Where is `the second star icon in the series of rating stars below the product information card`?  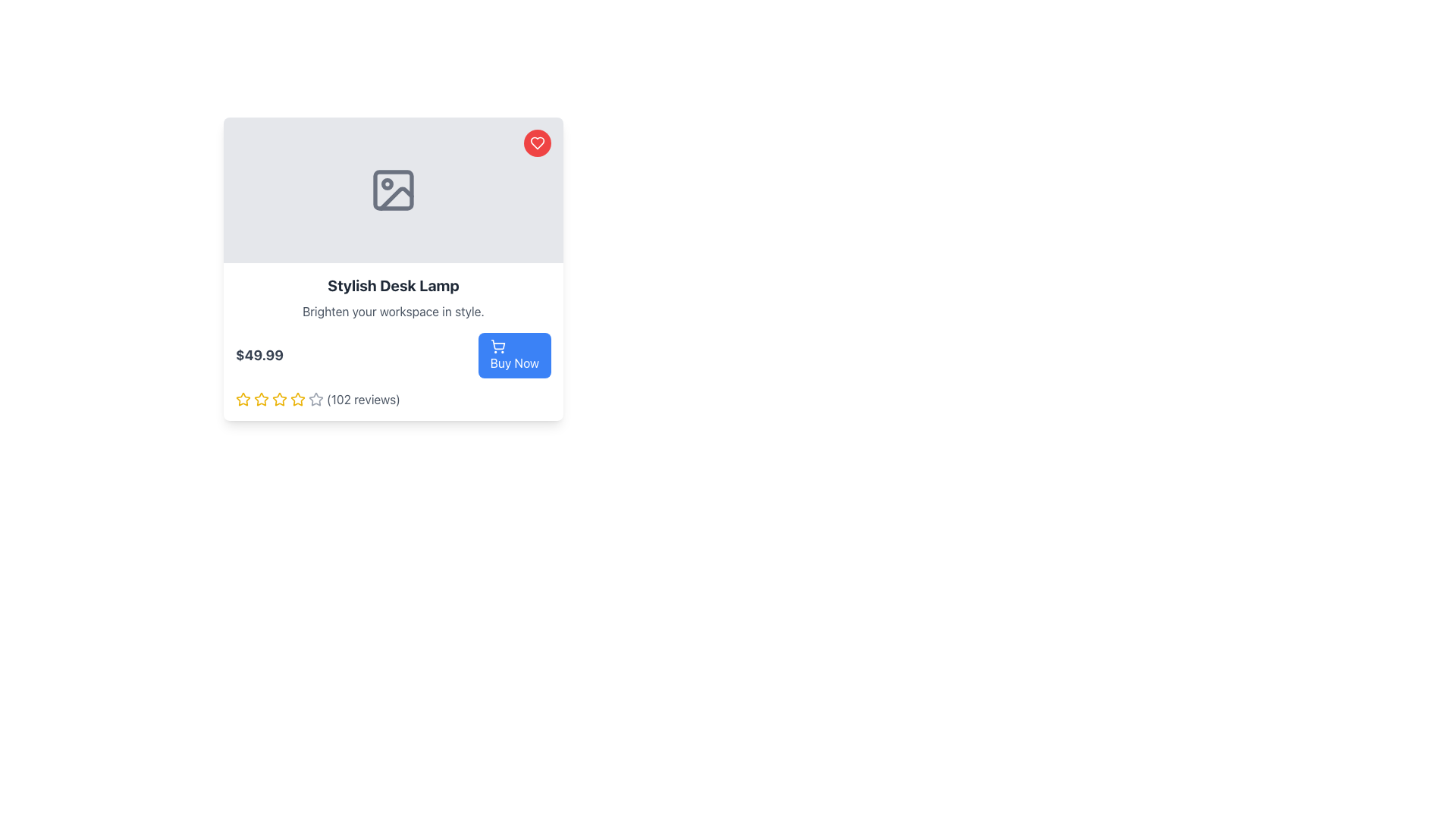 the second star icon in the series of rating stars below the product information card is located at coordinates (243, 398).